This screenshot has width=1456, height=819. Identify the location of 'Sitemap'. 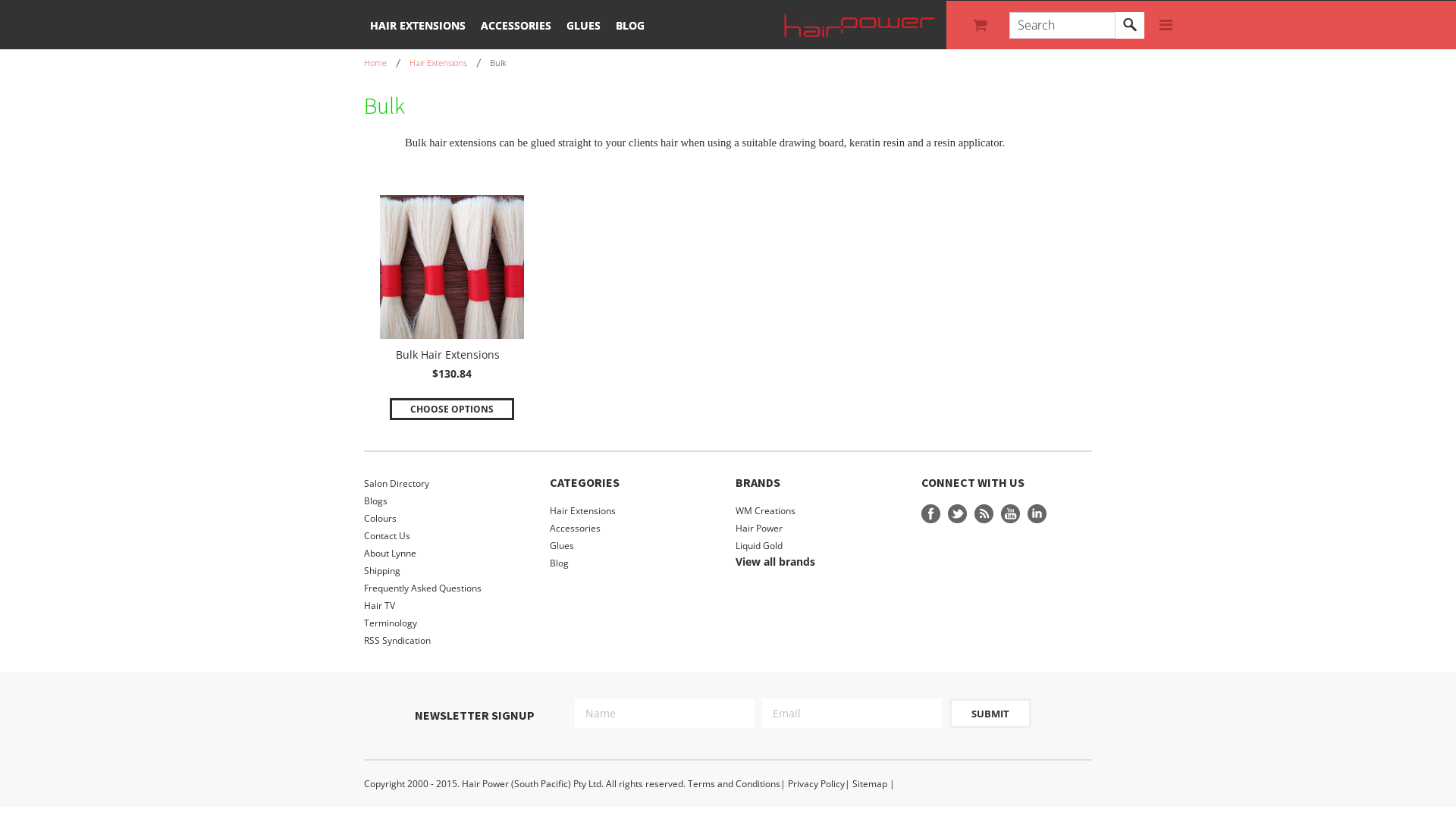
(852, 783).